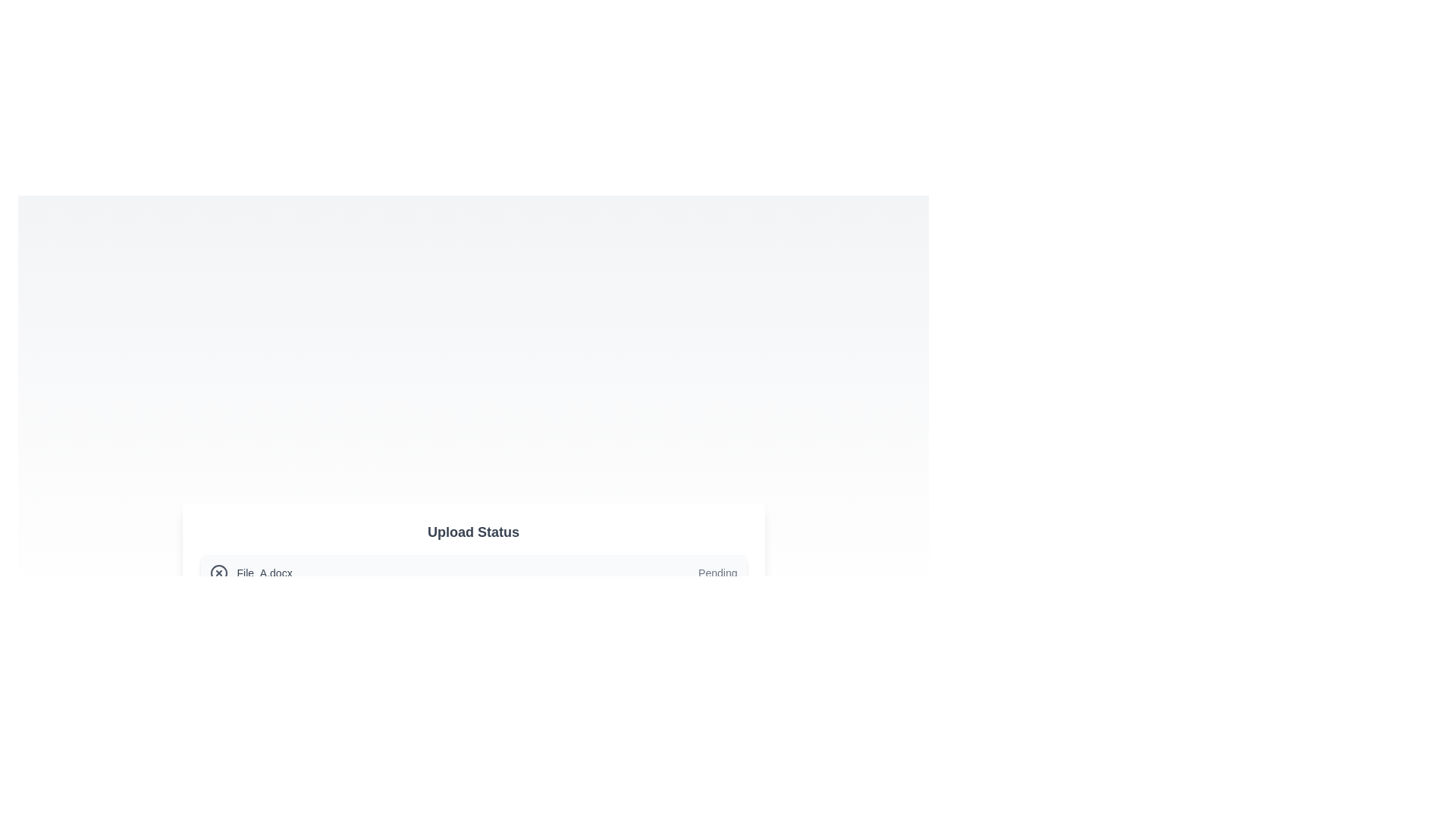 Image resolution: width=1456 pixels, height=819 pixels. What do you see at coordinates (218, 573) in the screenshot?
I see `the circular icon with an 'X' mark that is located adjacent to the 'File_A.docx' text in the file upload section` at bounding box center [218, 573].